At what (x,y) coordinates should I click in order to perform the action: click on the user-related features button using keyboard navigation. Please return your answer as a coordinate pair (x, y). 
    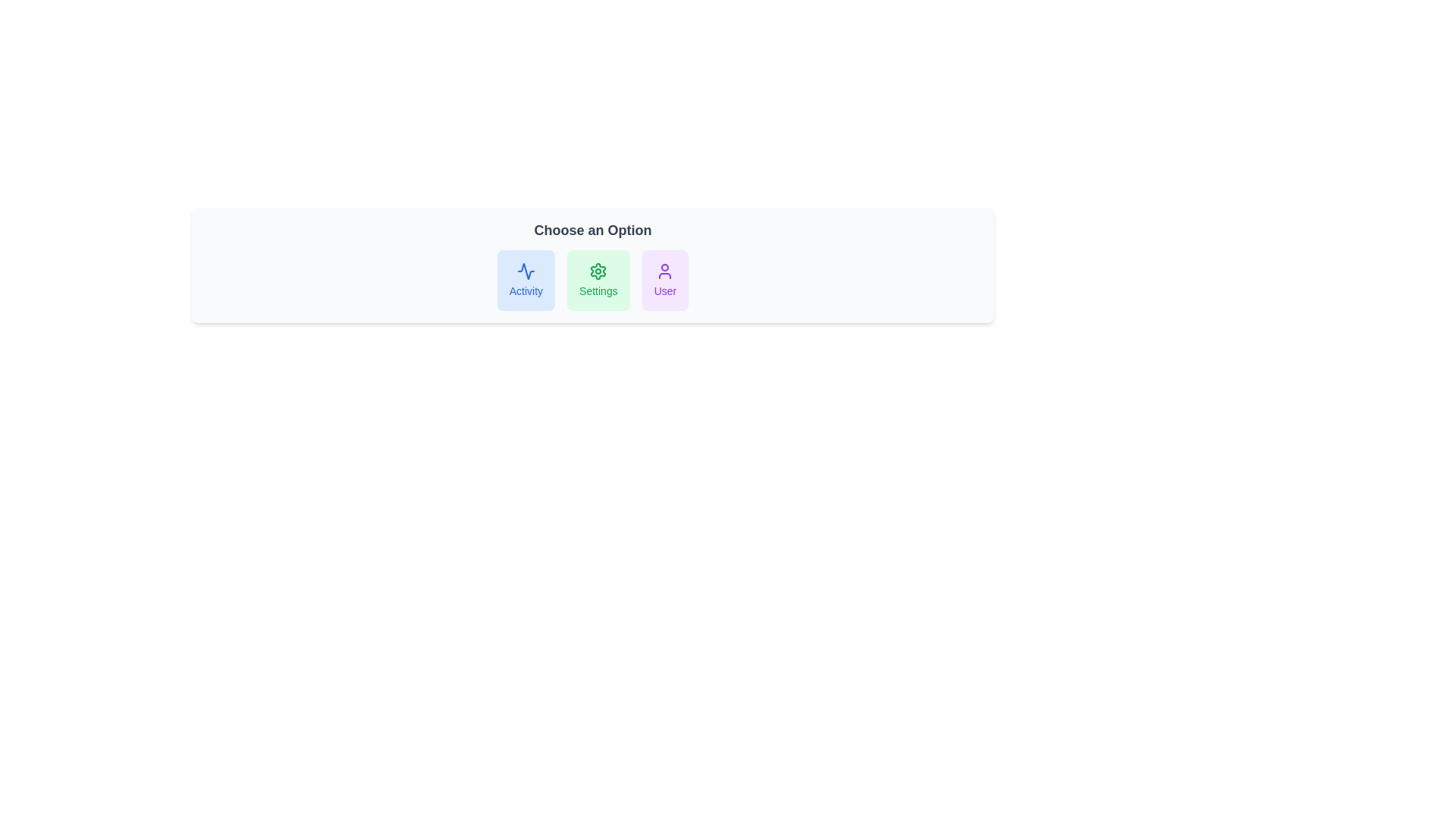
    Looking at the image, I should click on (665, 281).